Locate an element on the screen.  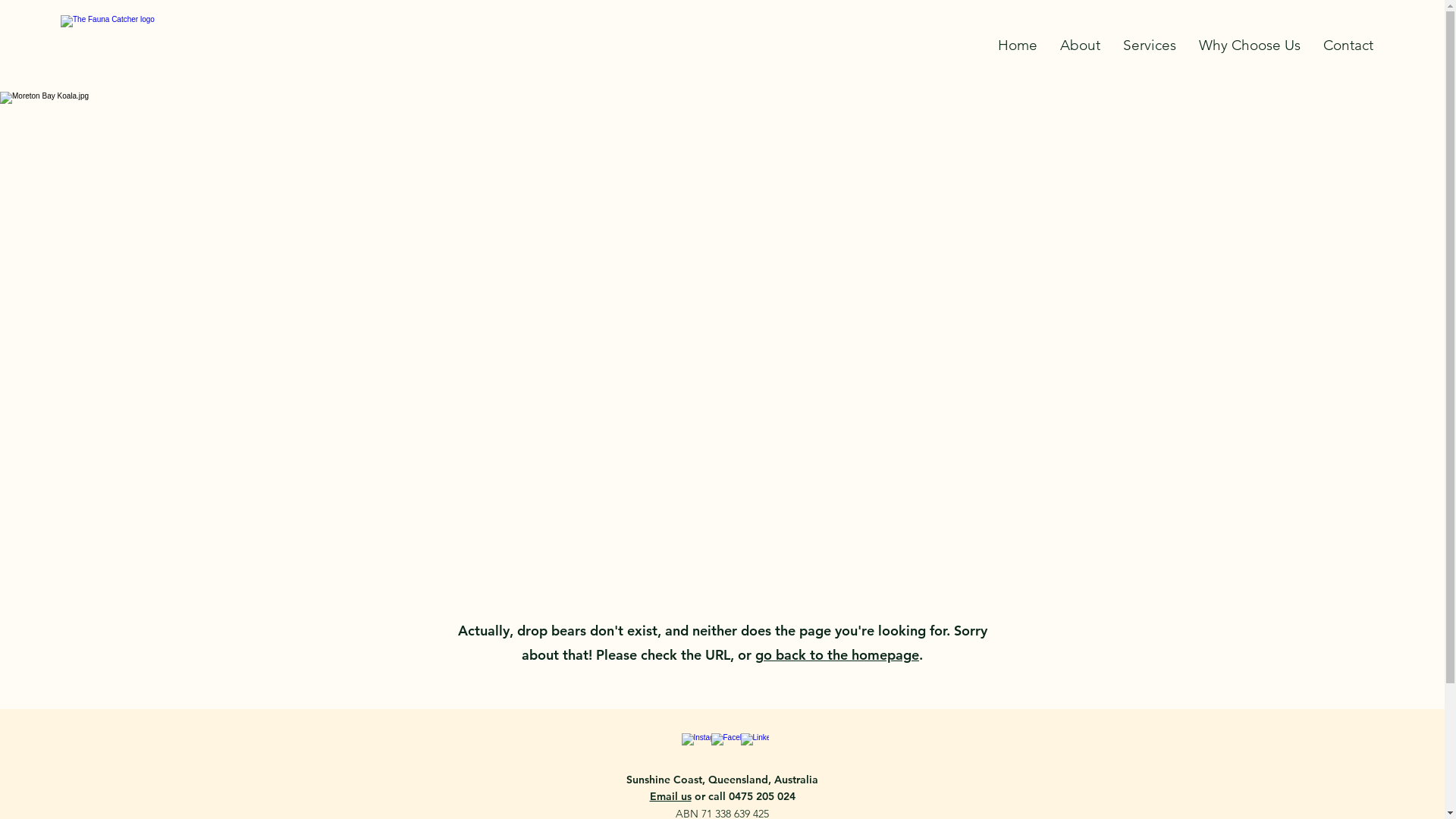
'About' is located at coordinates (1079, 45).